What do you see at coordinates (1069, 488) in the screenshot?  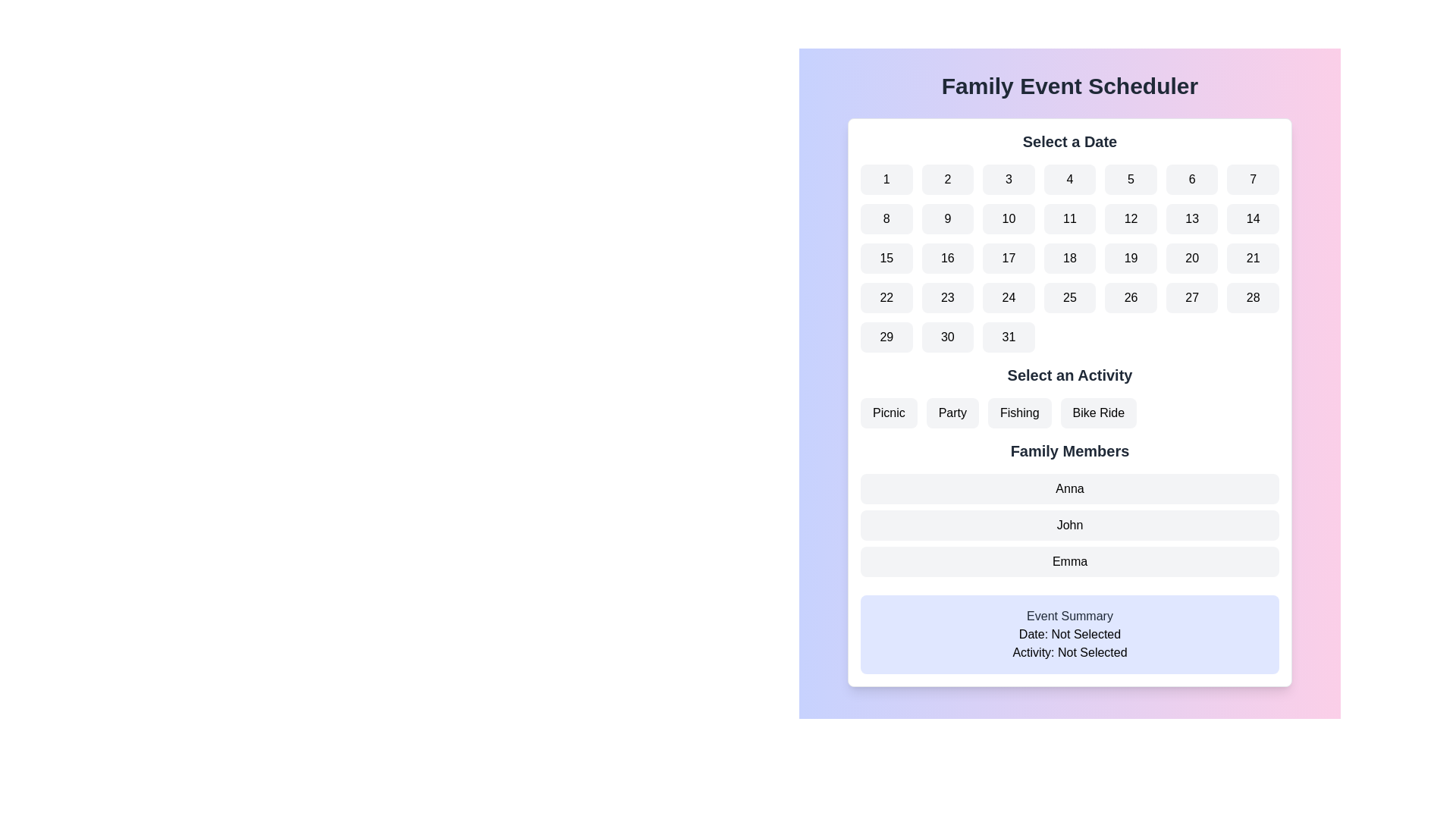 I see `the button labeled 'Anna', which is the first button in a vertical list below the 'Family Members' heading` at bounding box center [1069, 488].